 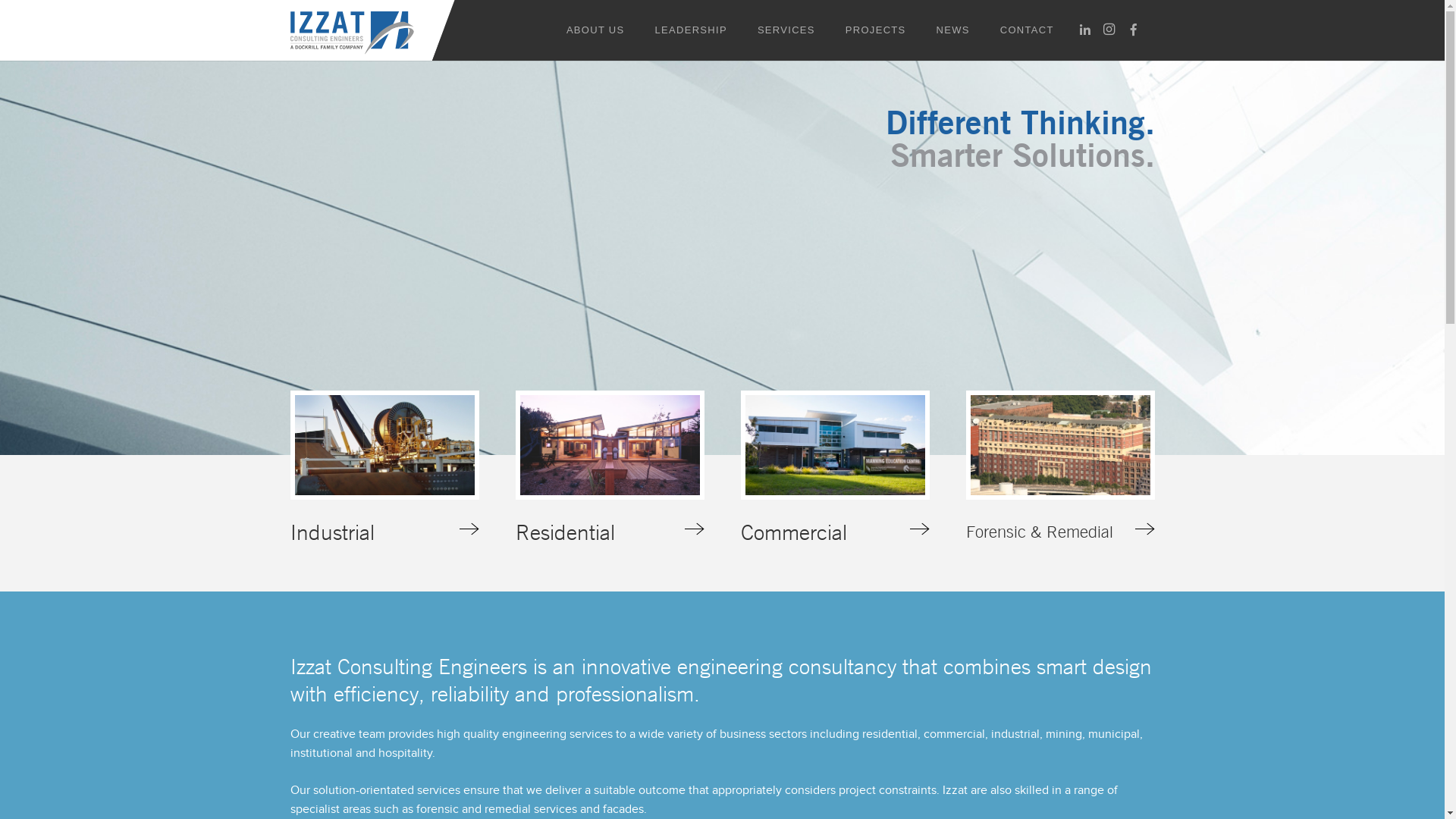 I want to click on 'NEWS', so click(x=952, y=30).